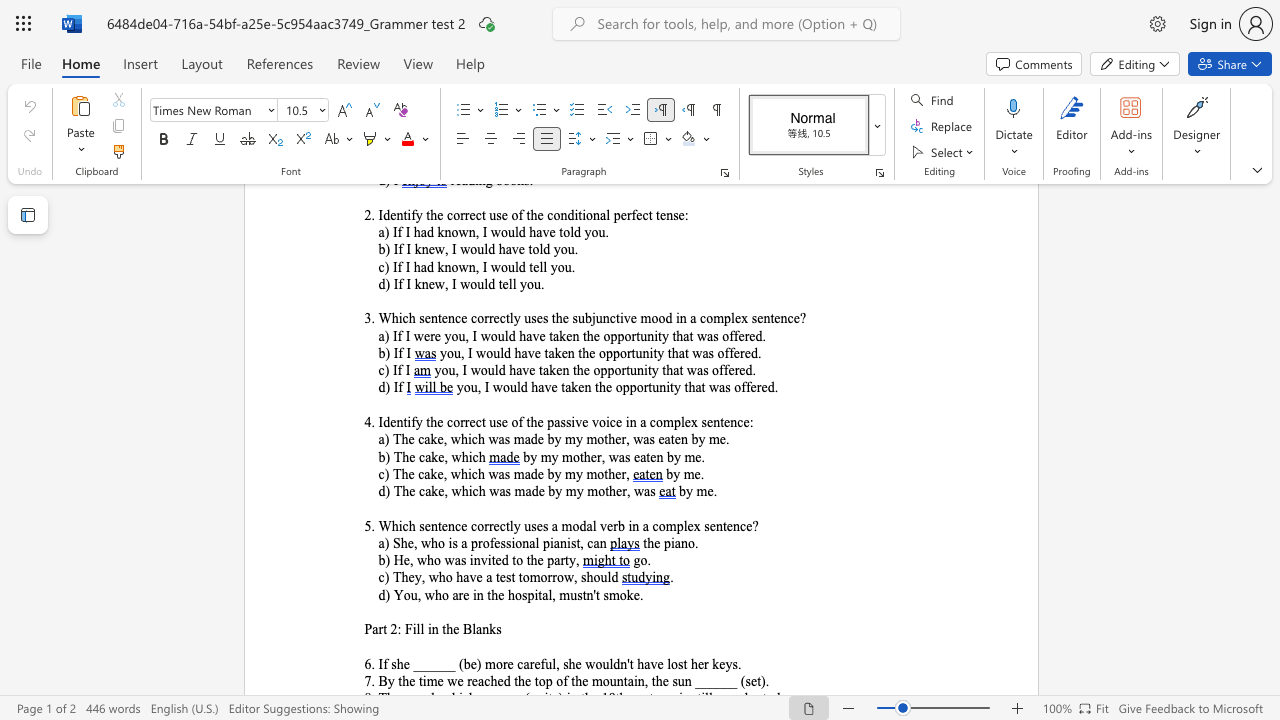 Image resolution: width=1280 pixels, height=720 pixels. What do you see at coordinates (697, 664) in the screenshot?
I see `the space between the continuous character "h" and "e" in the text` at bounding box center [697, 664].